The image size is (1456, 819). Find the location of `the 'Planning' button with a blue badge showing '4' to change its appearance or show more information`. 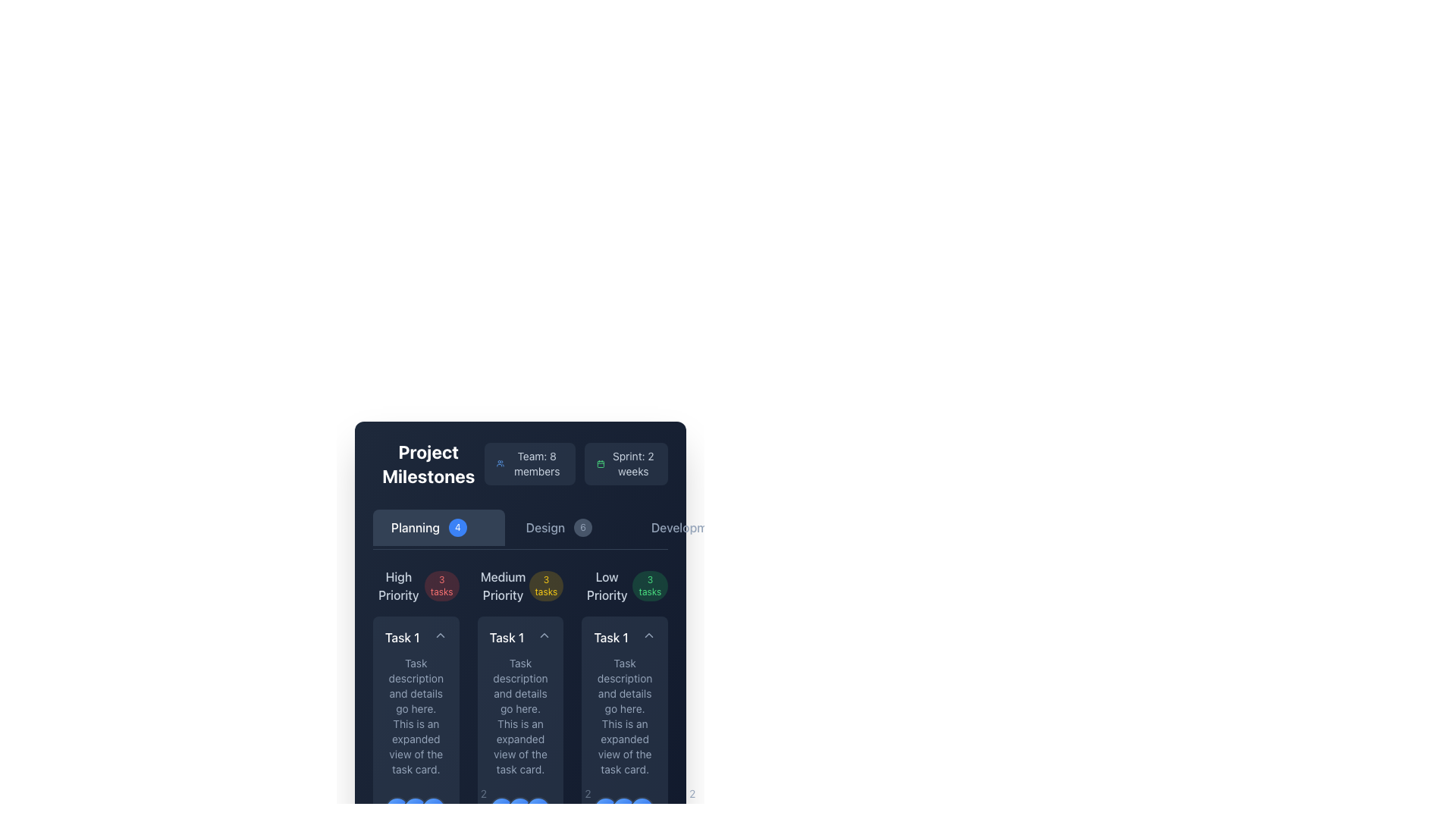

the 'Planning' button with a blue badge showing '4' to change its appearance or show more information is located at coordinates (438, 526).